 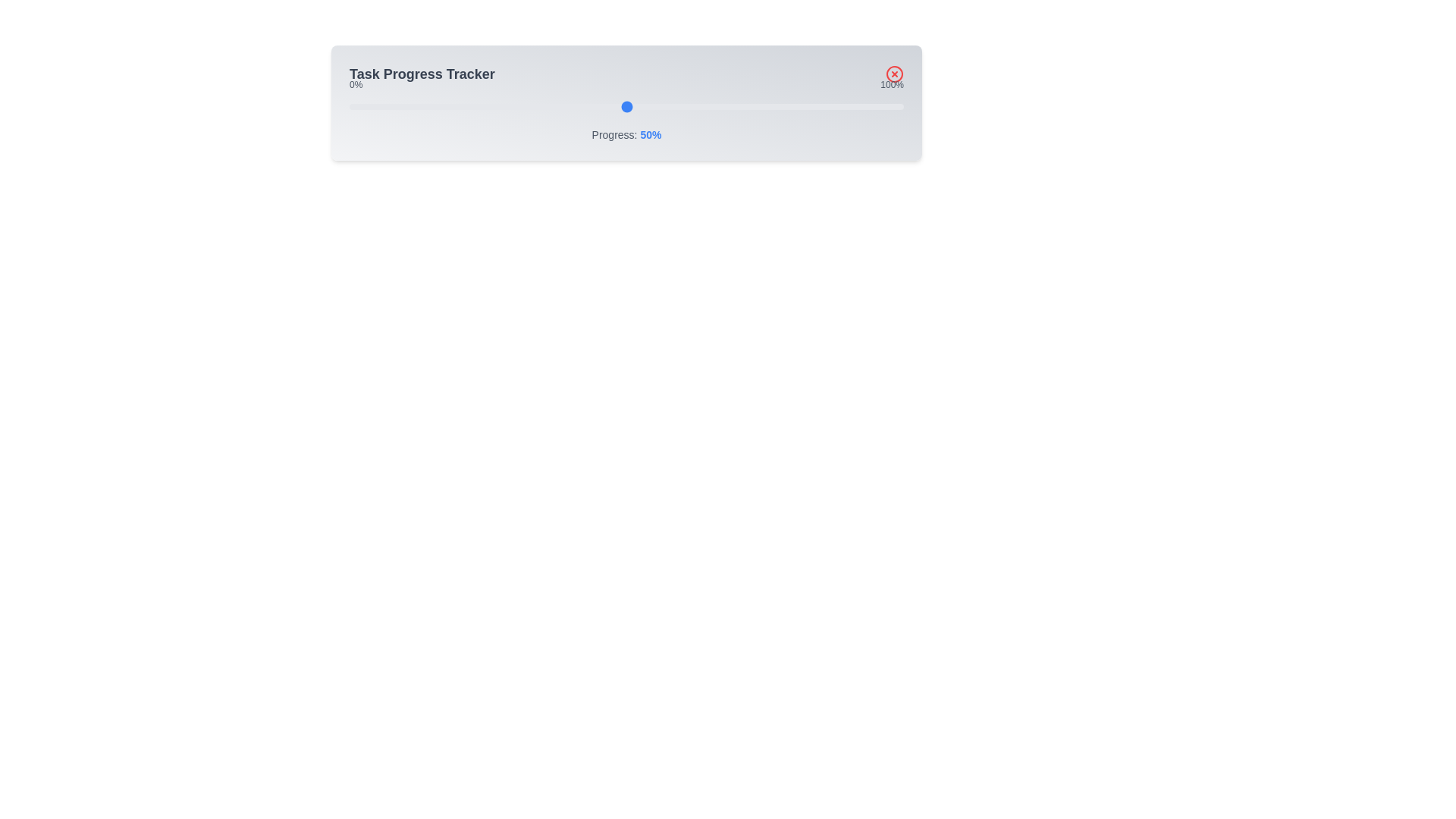 I want to click on the blue handle of the Progress Bar Component, so click(x=626, y=102).